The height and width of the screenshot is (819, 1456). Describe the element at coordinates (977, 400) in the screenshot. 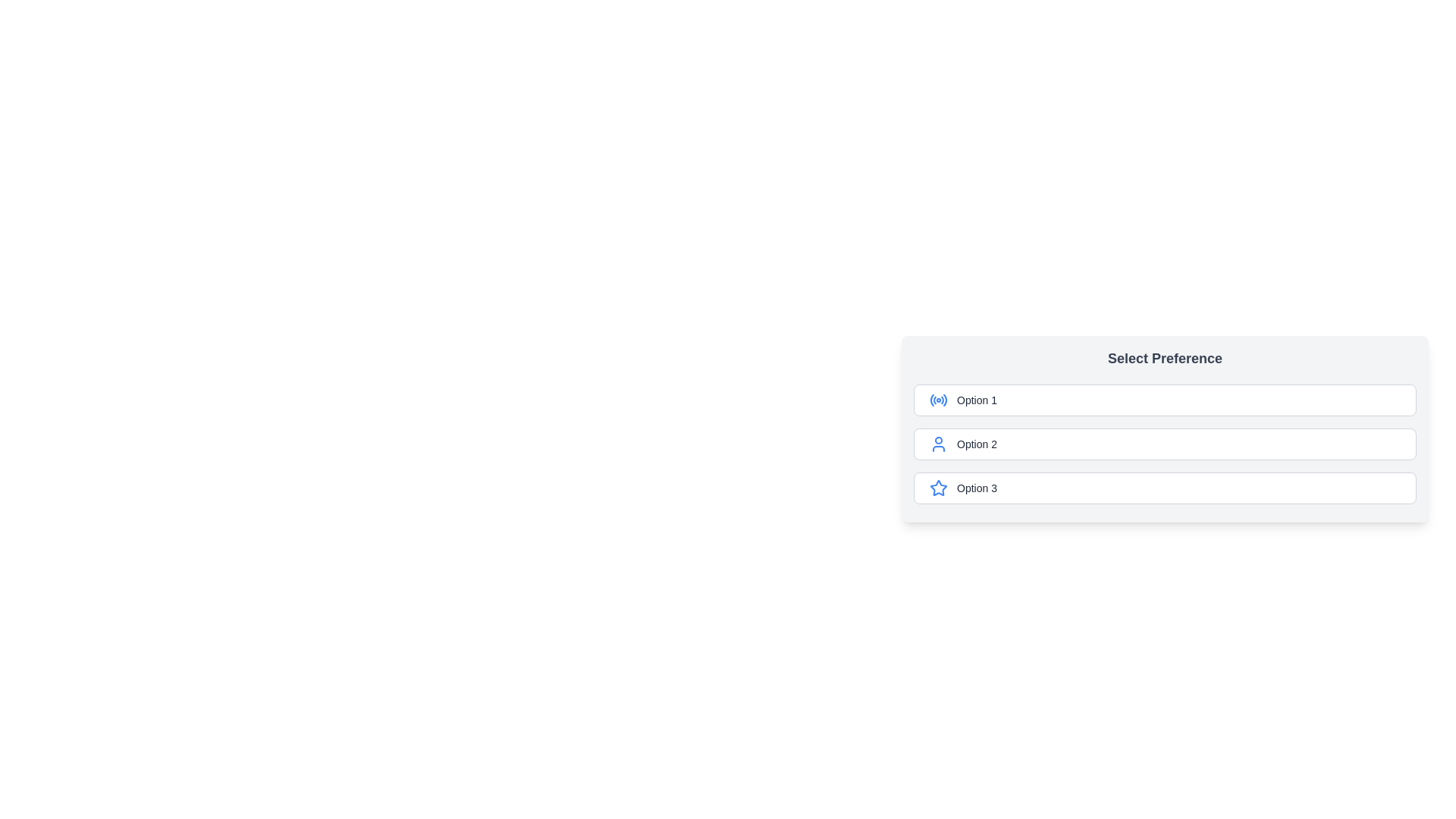

I see `the TextLabel that indicates the label of a selectable option in the vertical selection list located in the center-right area of the interface` at that location.